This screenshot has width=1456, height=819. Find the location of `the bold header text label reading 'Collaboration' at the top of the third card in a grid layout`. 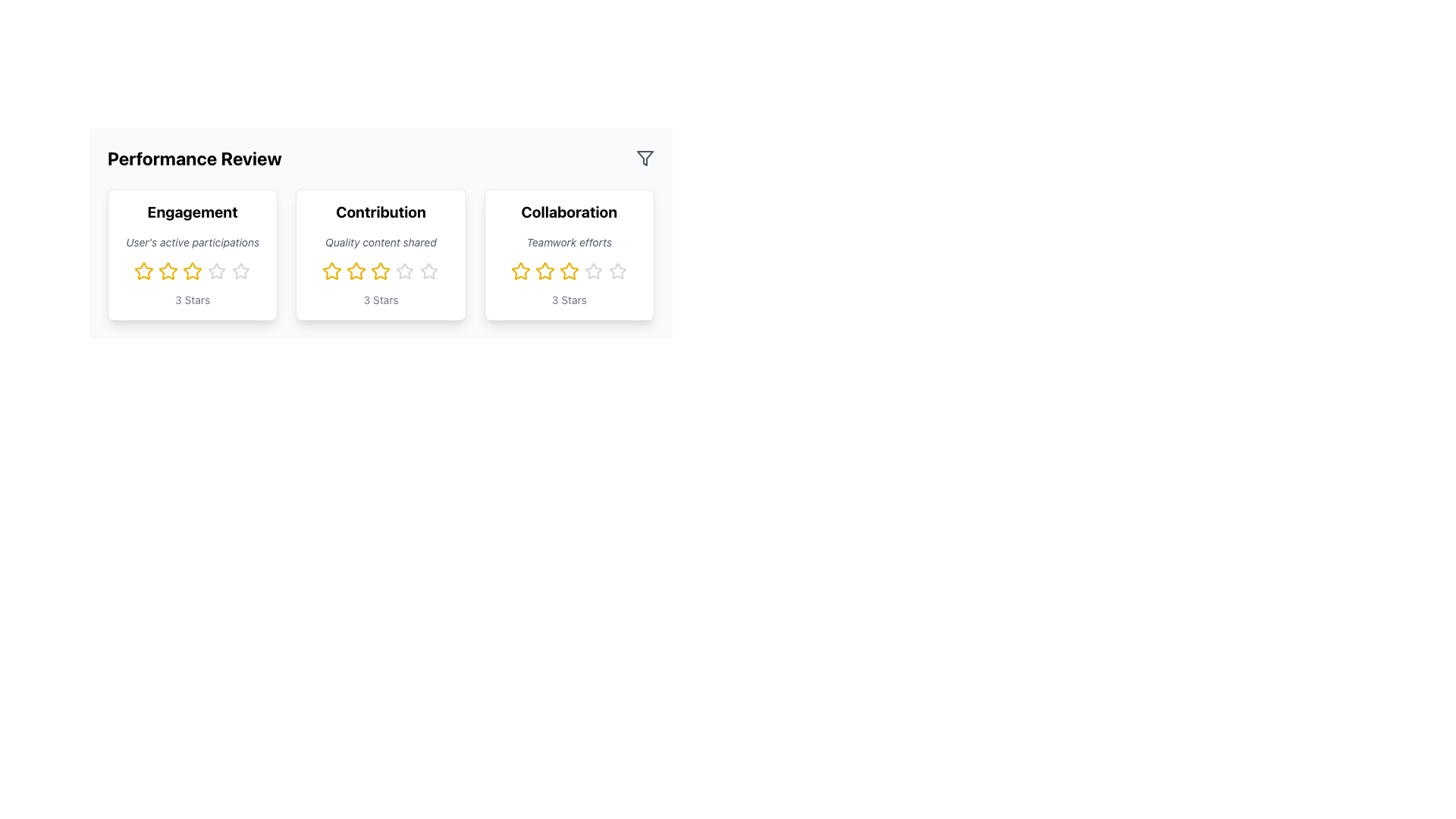

the bold header text label reading 'Collaboration' at the top of the third card in a grid layout is located at coordinates (568, 212).